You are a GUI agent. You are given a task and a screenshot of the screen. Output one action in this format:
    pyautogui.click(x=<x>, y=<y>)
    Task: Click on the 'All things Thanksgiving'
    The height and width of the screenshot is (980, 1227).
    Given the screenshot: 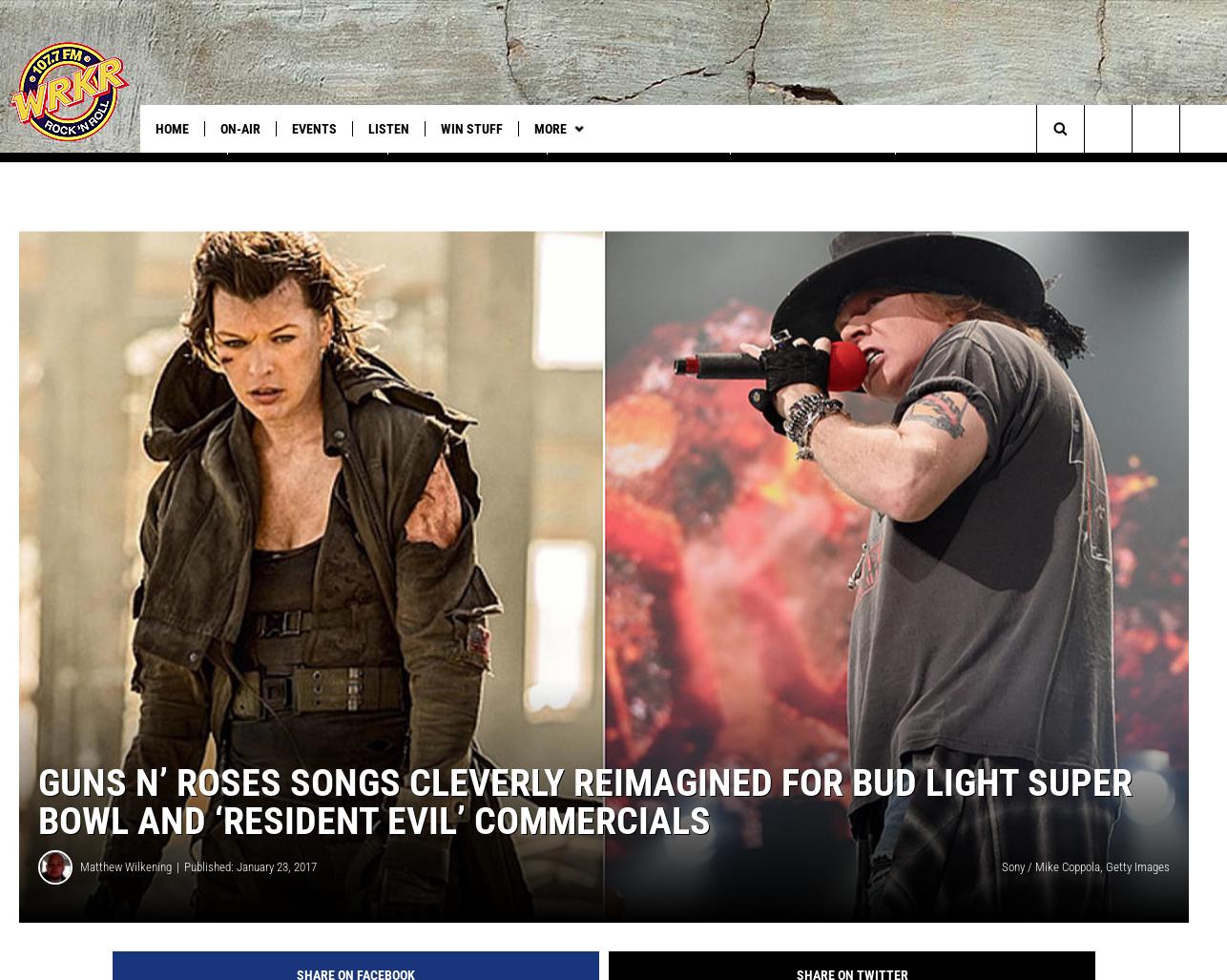 What is the action you would take?
    pyautogui.click(x=638, y=167)
    